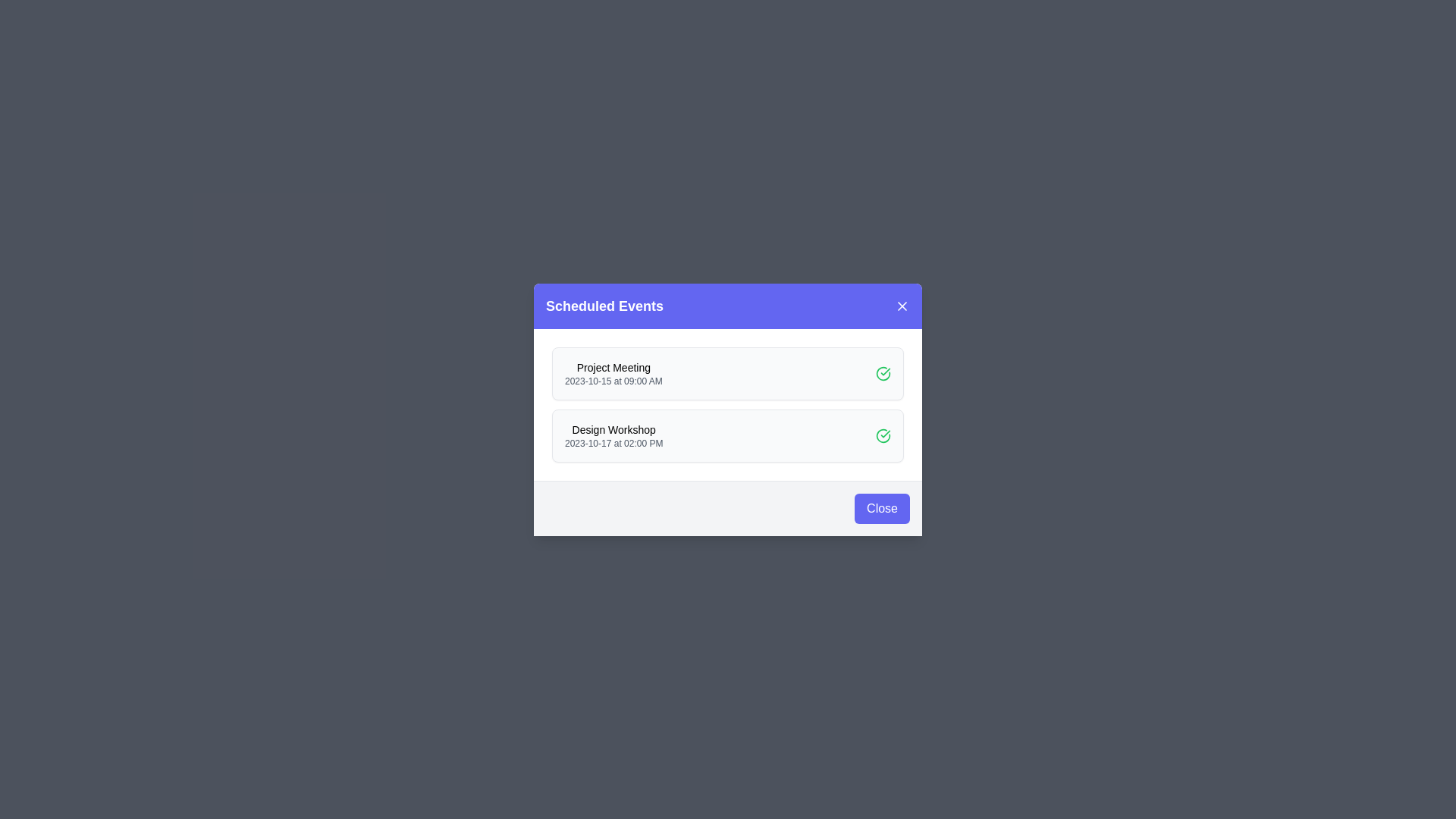  I want to click on the green check-circle icon indicating the positive status of the 'Project Meeting' entry located in the 'Scheduled Events' dialog box, so click(883, 373).